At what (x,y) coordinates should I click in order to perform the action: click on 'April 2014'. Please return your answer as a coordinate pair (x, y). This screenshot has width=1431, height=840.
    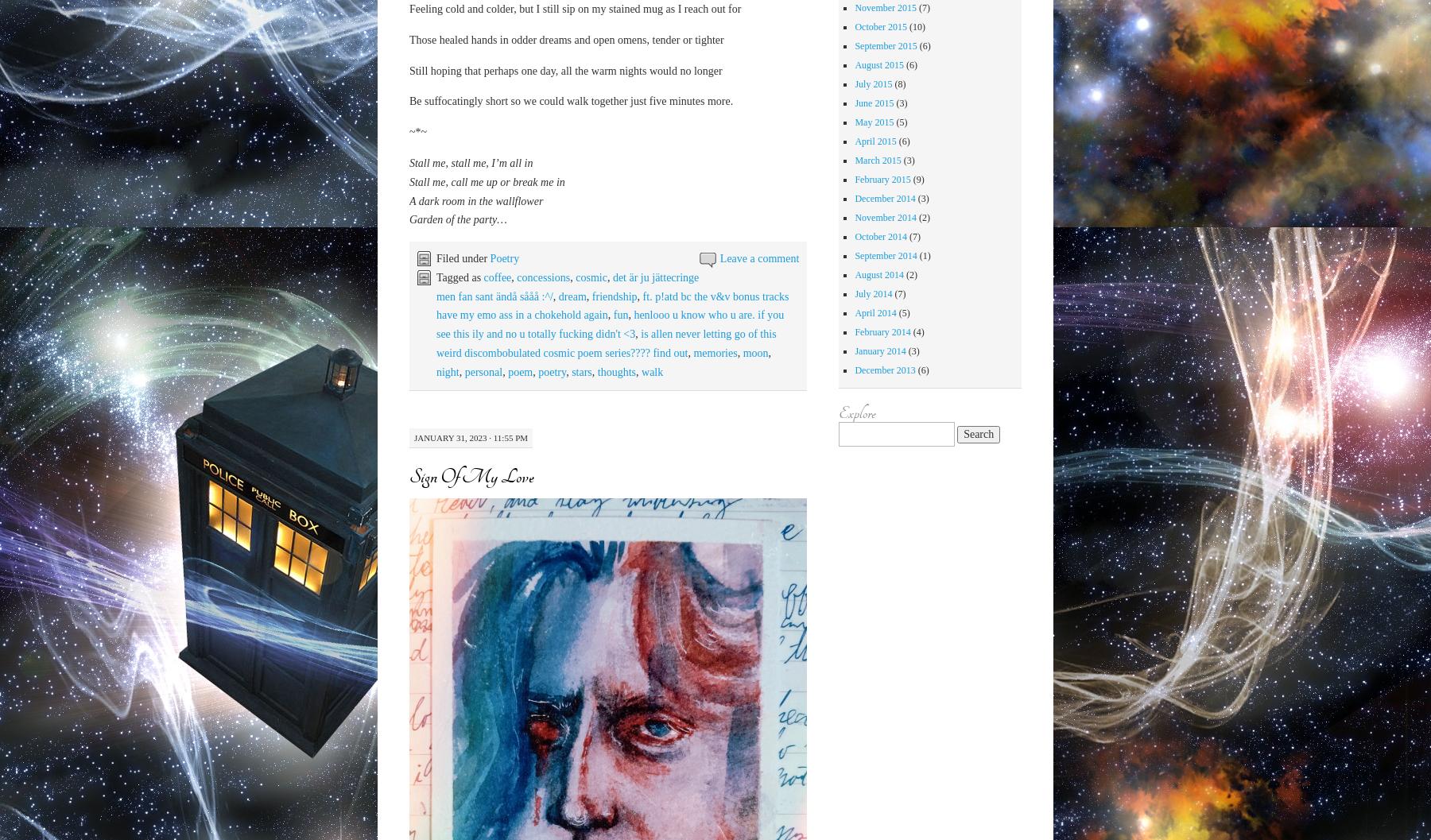
    Looking at the image, I should click on (854, 312).